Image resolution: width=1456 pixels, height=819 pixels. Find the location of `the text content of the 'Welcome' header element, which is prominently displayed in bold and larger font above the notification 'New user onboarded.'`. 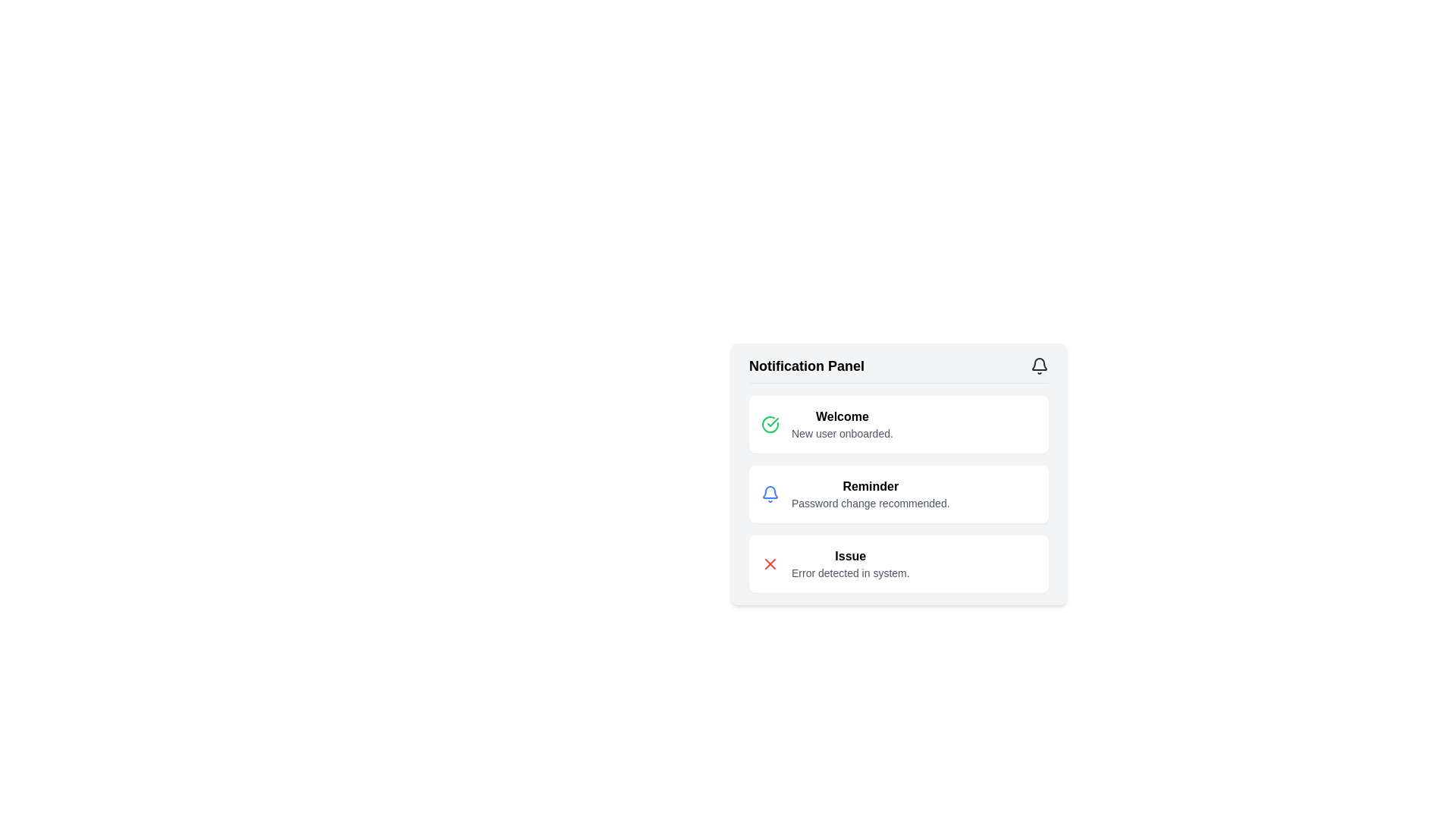

the text content of the 'Welcome' header element, which is prominently displayed in bold and larger font above the notification 'New user onboarded.' is located at coordinates (841, 417).